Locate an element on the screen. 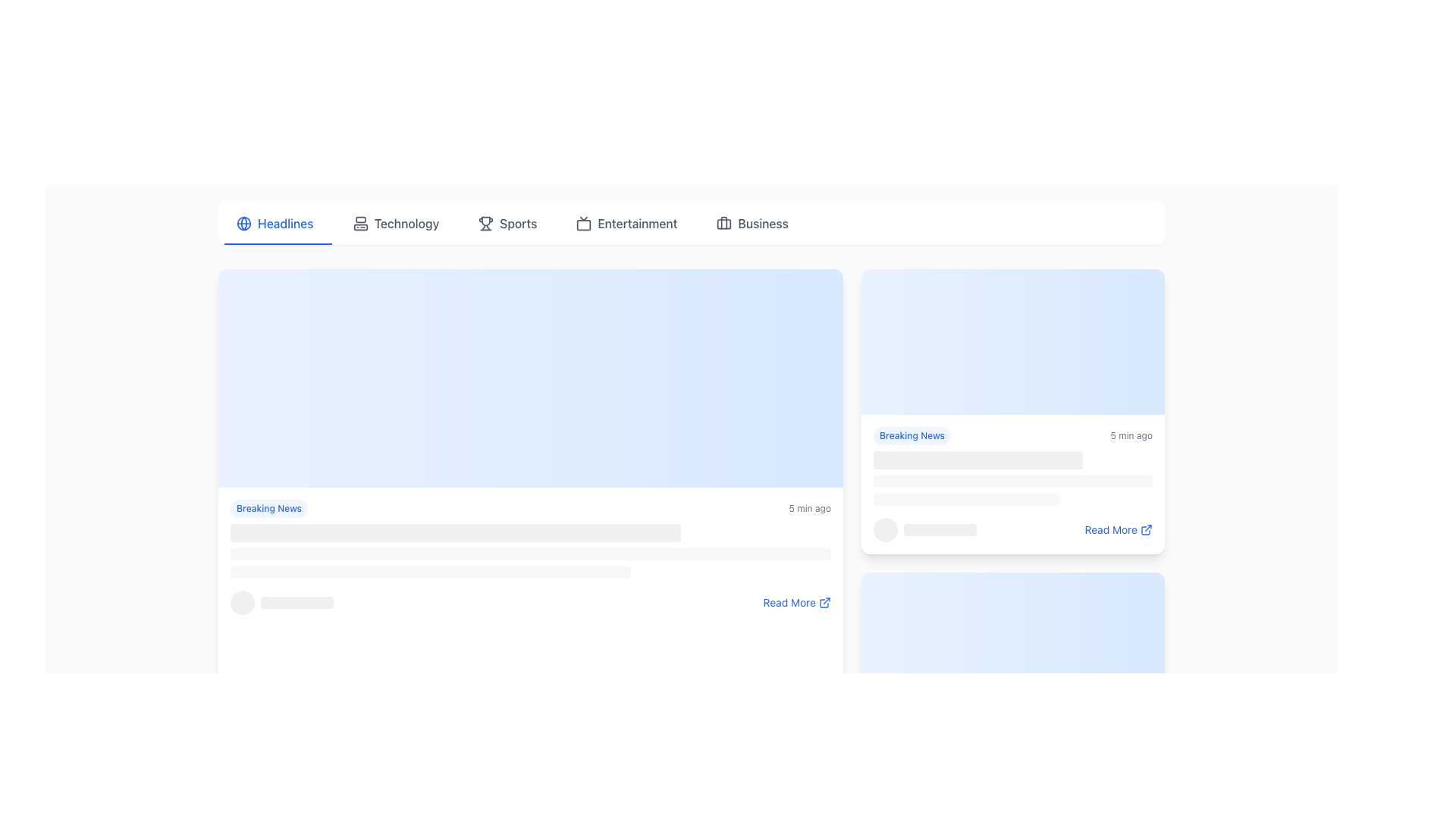 The height and width of the screenshot is (819, 1456). the trophy icon, which is part of the 'Sports' button in the horizontal navigation menu located near the top of the interface is located at coordinates (486, 223).